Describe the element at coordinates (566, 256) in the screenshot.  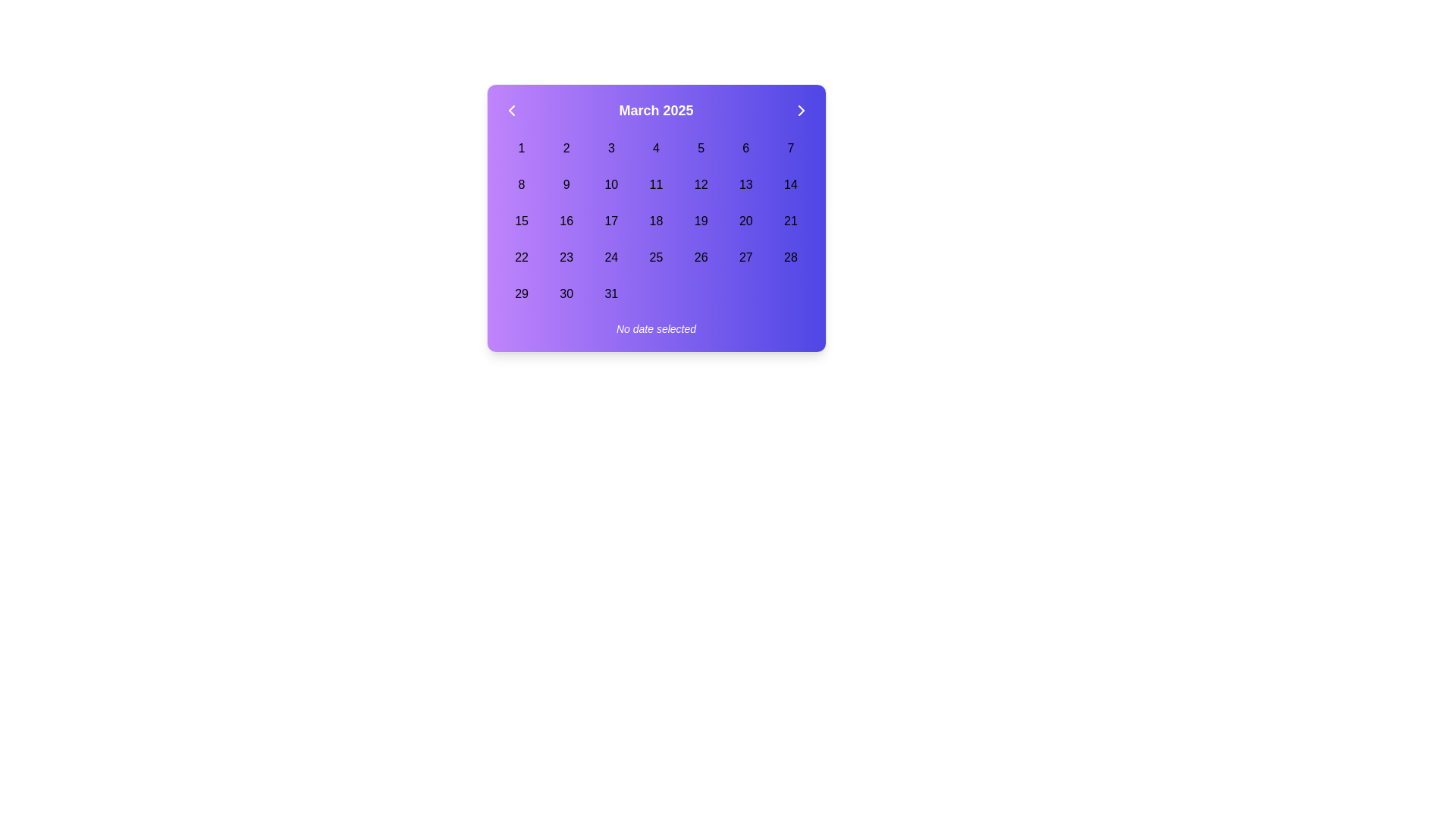
I see `the clickable date button displaying '23'` at that location.